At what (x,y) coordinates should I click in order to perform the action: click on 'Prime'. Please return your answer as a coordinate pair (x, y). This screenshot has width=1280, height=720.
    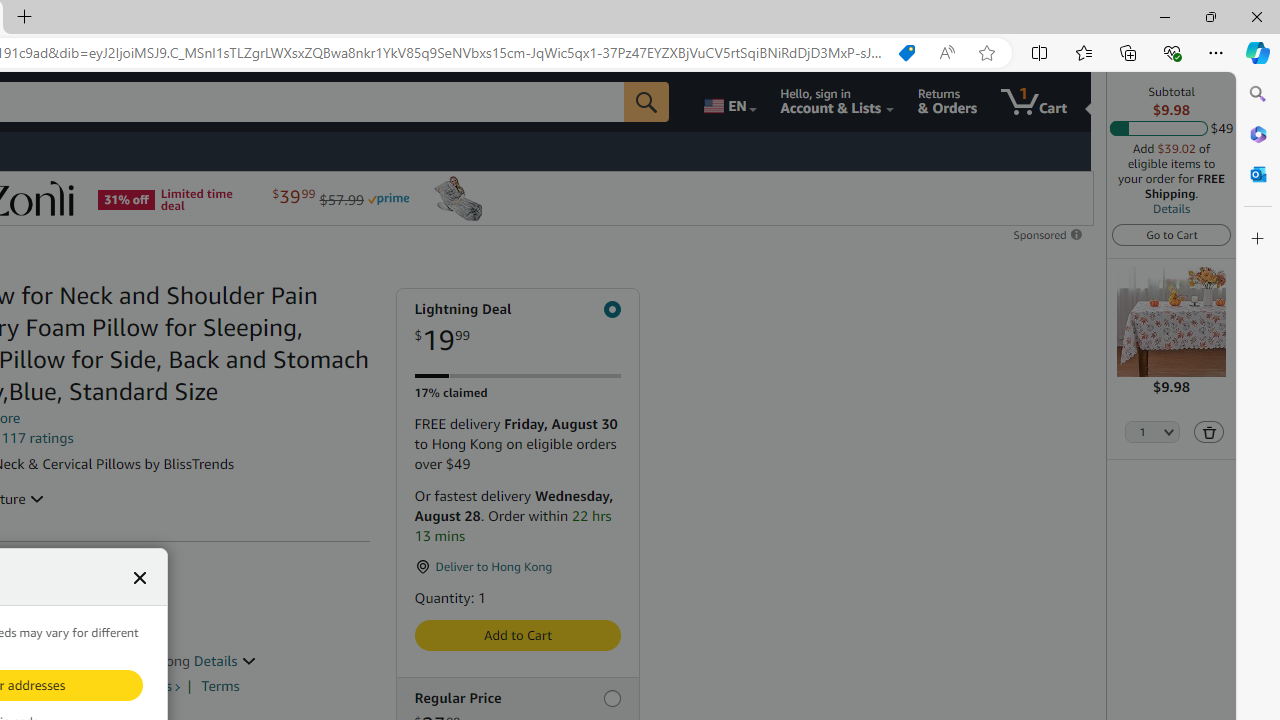
    Looking at the image, I should click on (388, 199).